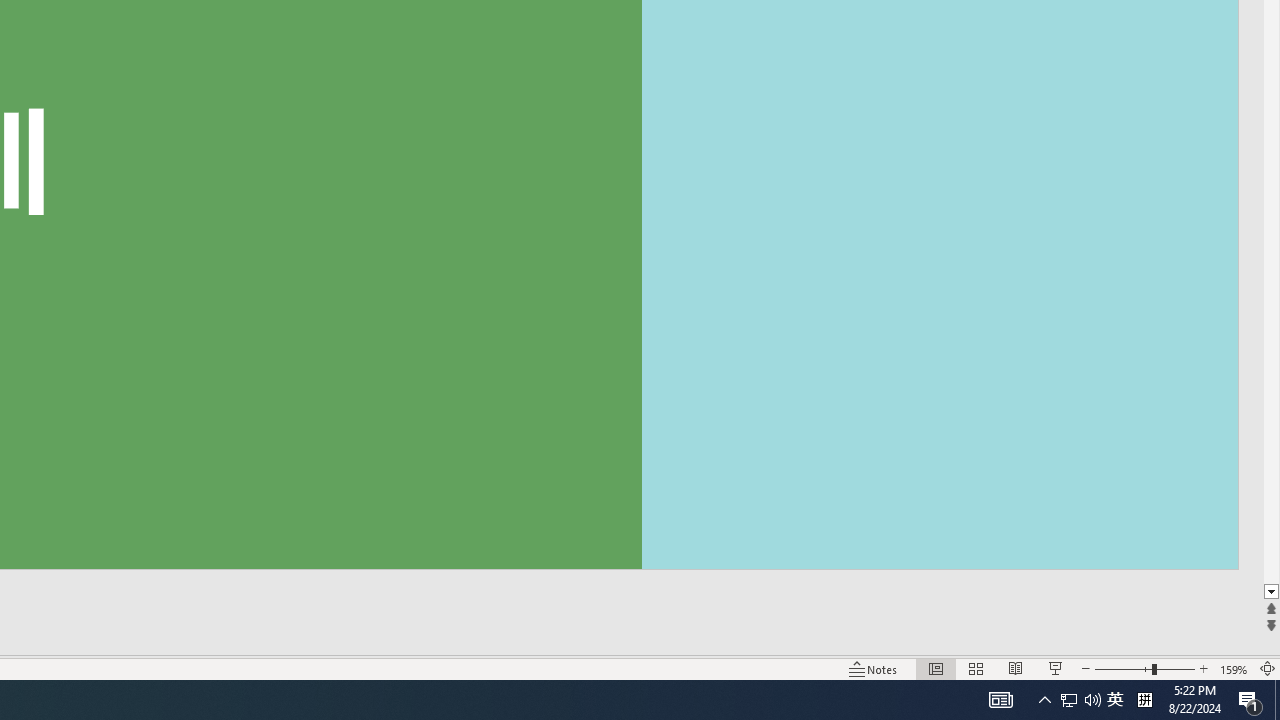 The height and width of the screenshot is (720, 1280). What do you see at coordinates (1233, 669) in the screenshot?
I see `'Zoom 159%'` at bounding box center [1233, 669].